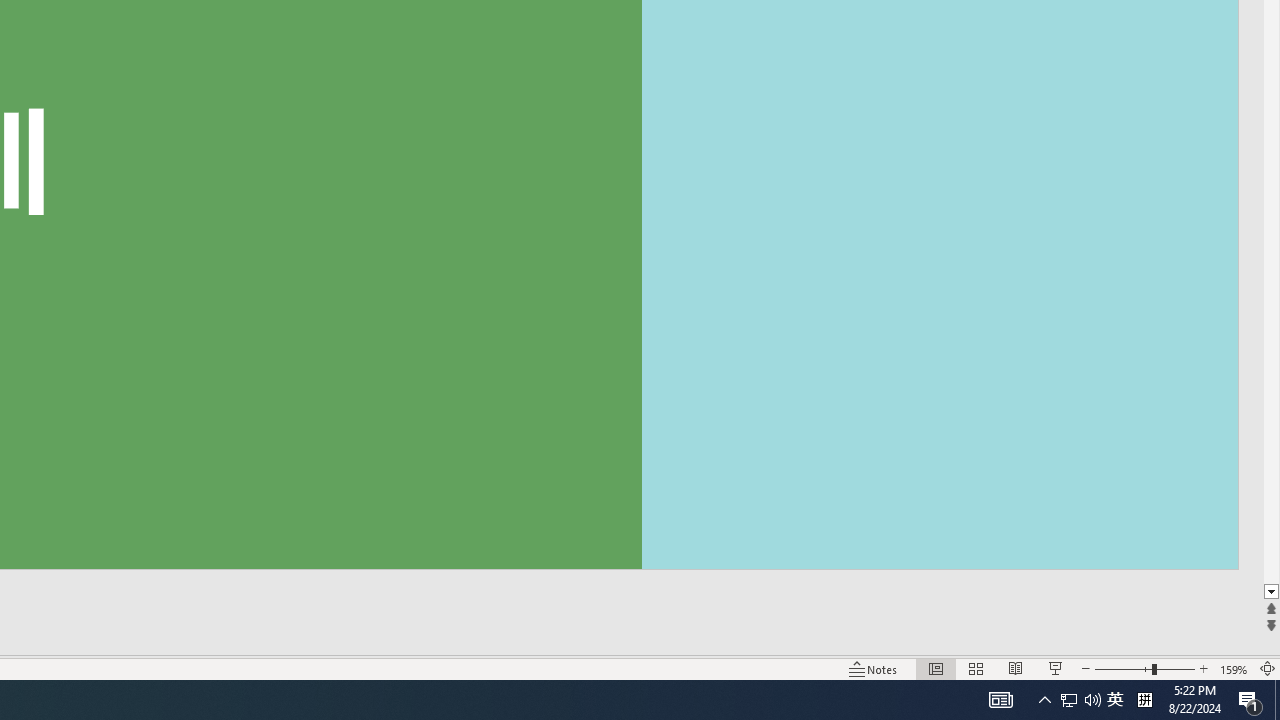 The height and width of the screenshot is (720, 1280). What do you see at coordinates (1233, 669) in the screenshot?
I see `'Zoom 159%'` at bounding box center [1233, 669].